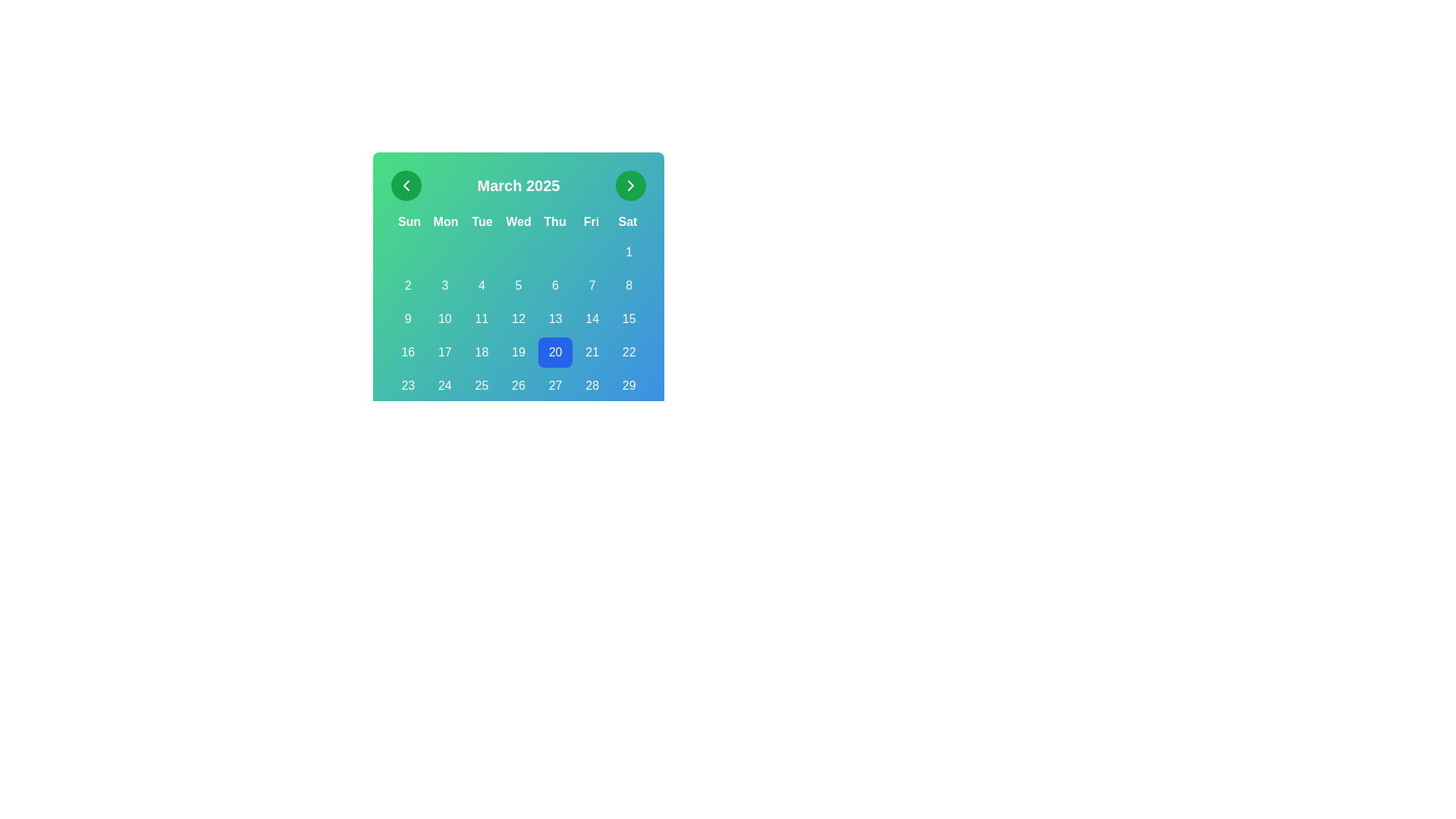  What do you see at coordinates (590, 222) in the screenshot?
I see `the text label representing 'Fri', which is the abbreviation for Friday, located between 'Thu' and 'Sat' in the calendar interface` at bounding box center [590, 222].